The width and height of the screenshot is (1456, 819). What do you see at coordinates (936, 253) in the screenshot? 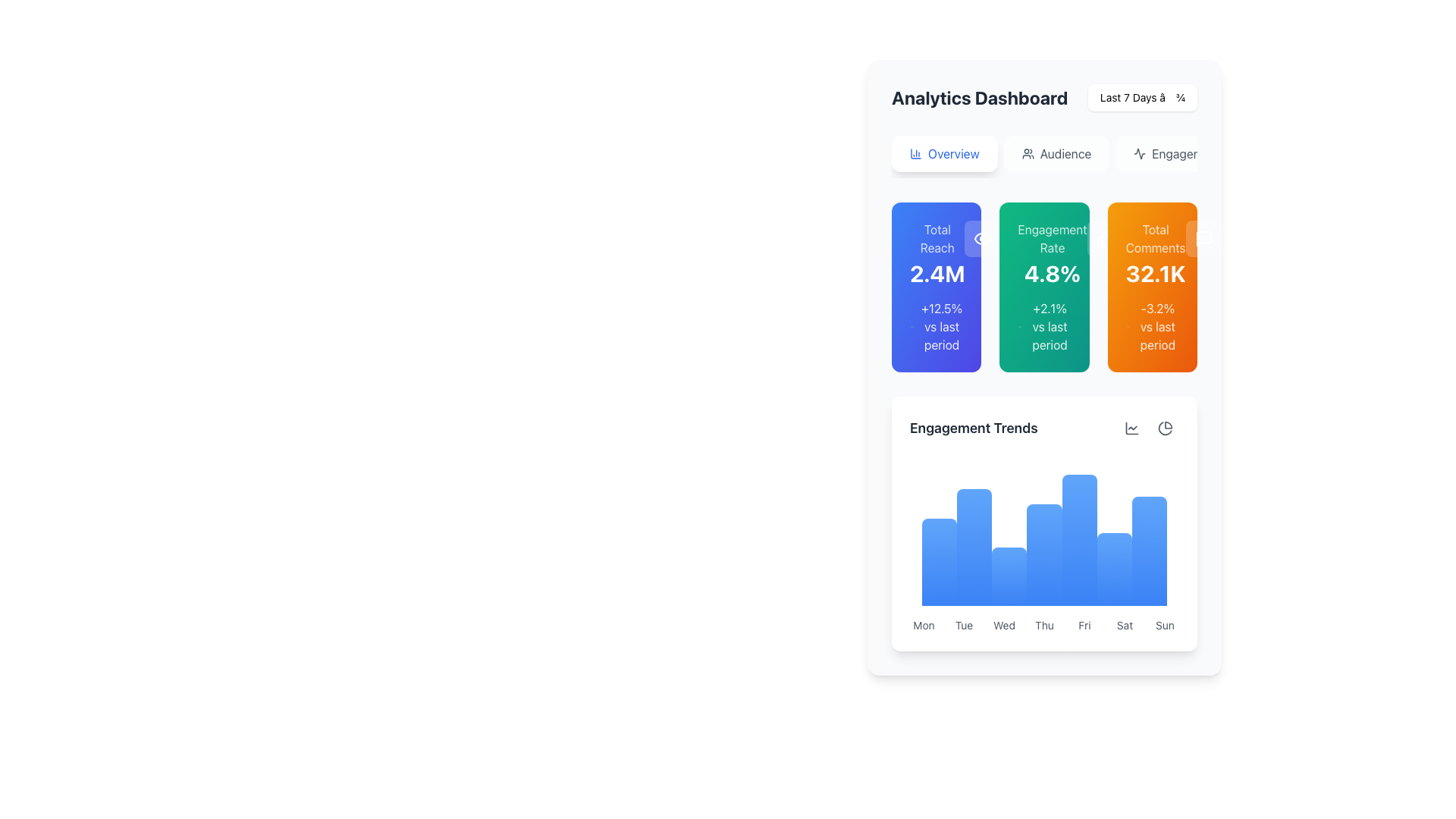
I see `the 'Total Reach' text element which displays '2.4M' in a card located in the first column of the dashboard, positioned against a gradient blue background` at bounding box center [936, 253].